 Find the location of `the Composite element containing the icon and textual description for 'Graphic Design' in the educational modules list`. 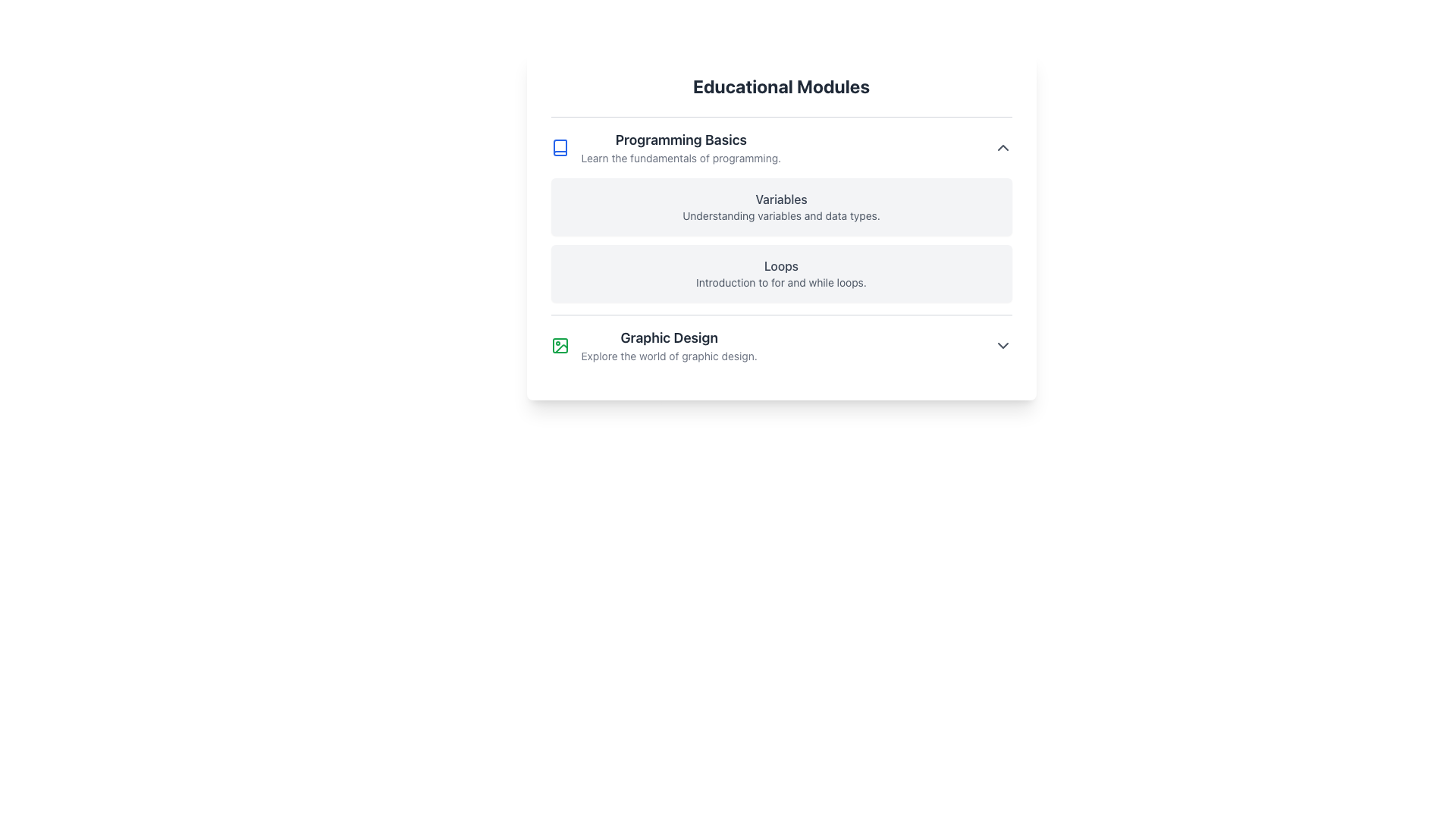

the Composite element containing the icon and textual description for 'Graphic Design' in the educational modules list is located at coordinates (654, 345).